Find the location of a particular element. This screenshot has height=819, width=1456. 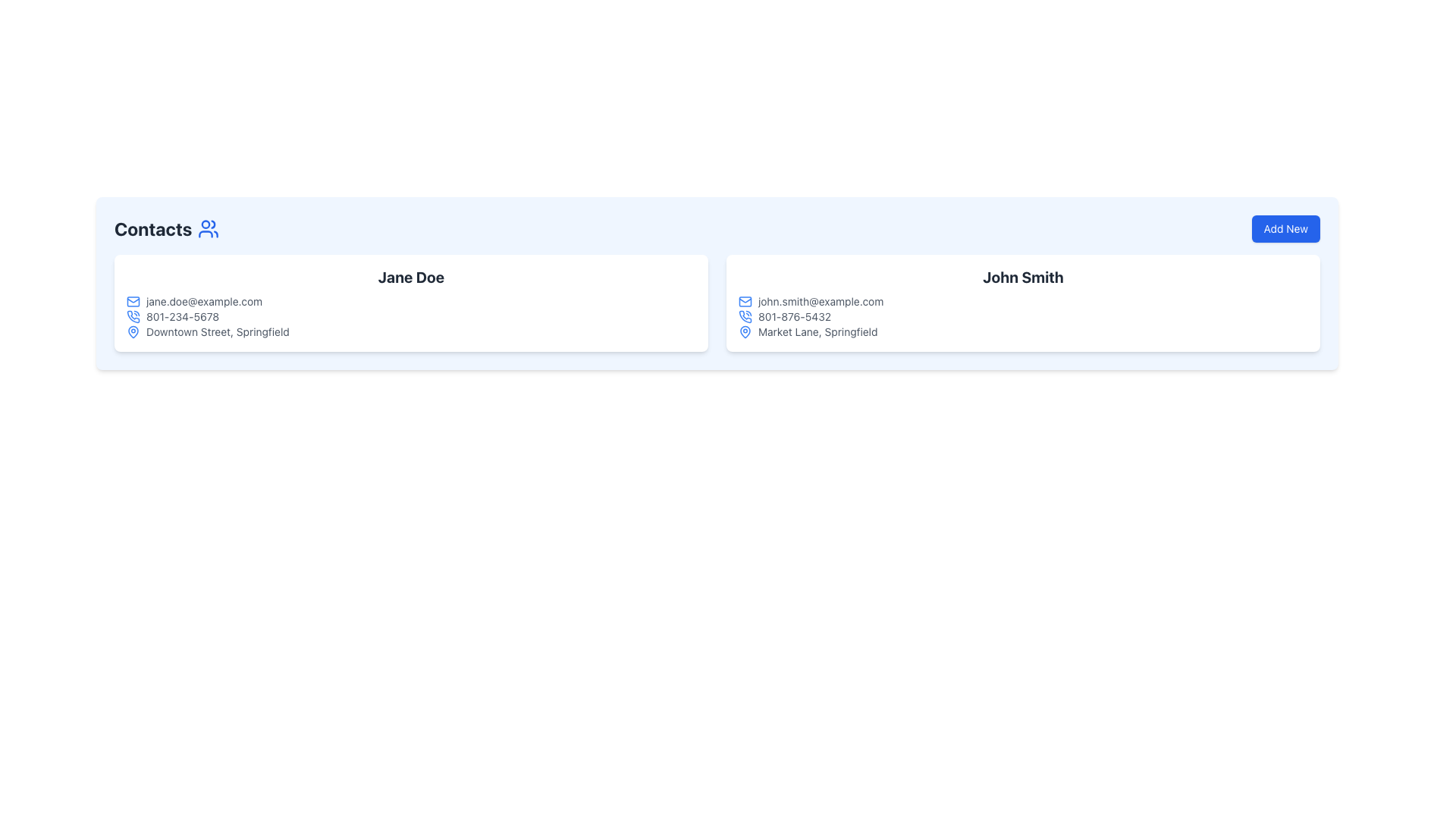

the decorative location marker icon located in the left card of the contact section, adjacent to the address text 'Downtown Street, Springfield' is located at coordinates (133, 331).